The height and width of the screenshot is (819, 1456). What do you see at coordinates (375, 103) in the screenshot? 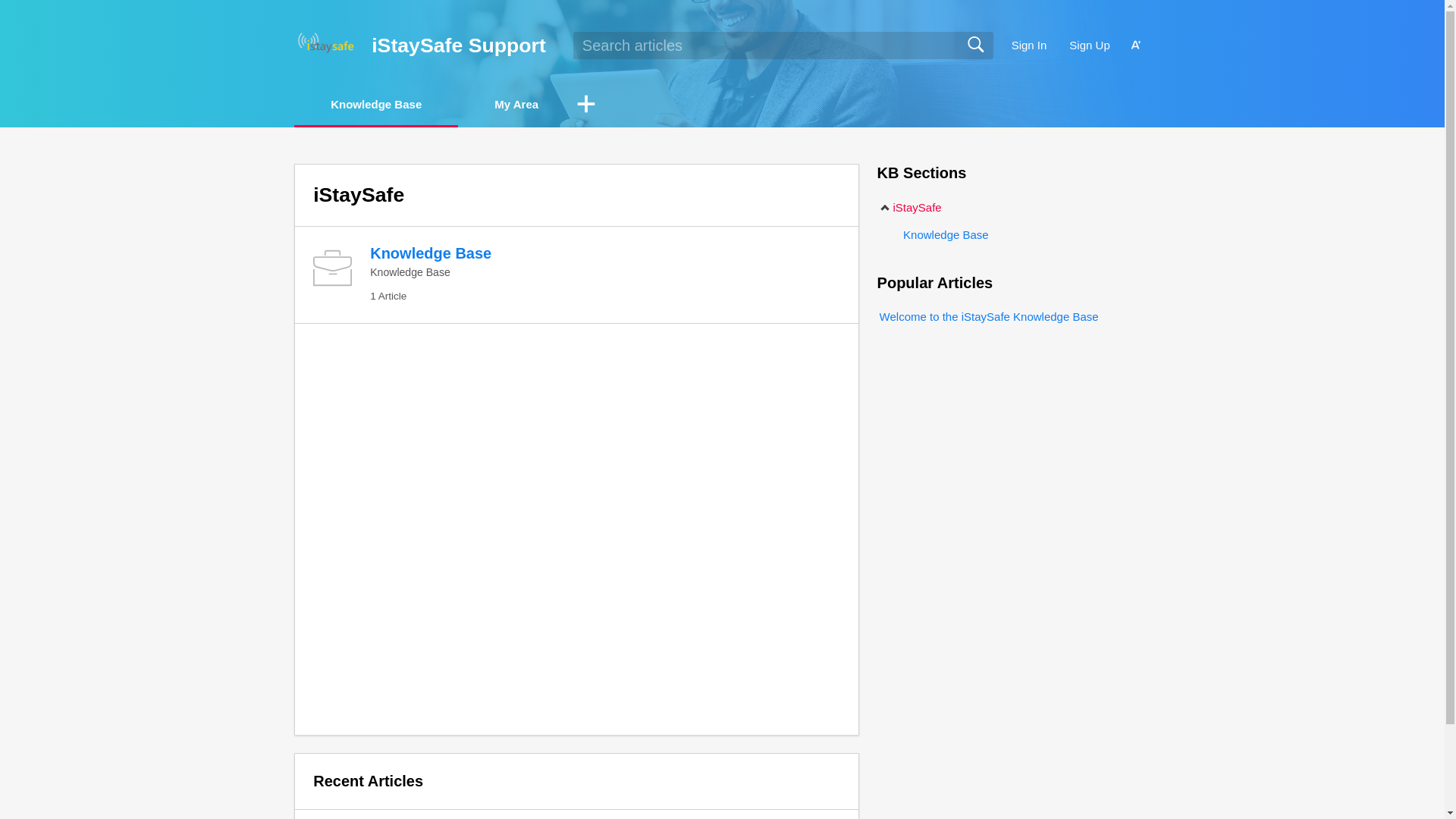
I see `'Knowledge Base'` at bounding box center [375, 103].